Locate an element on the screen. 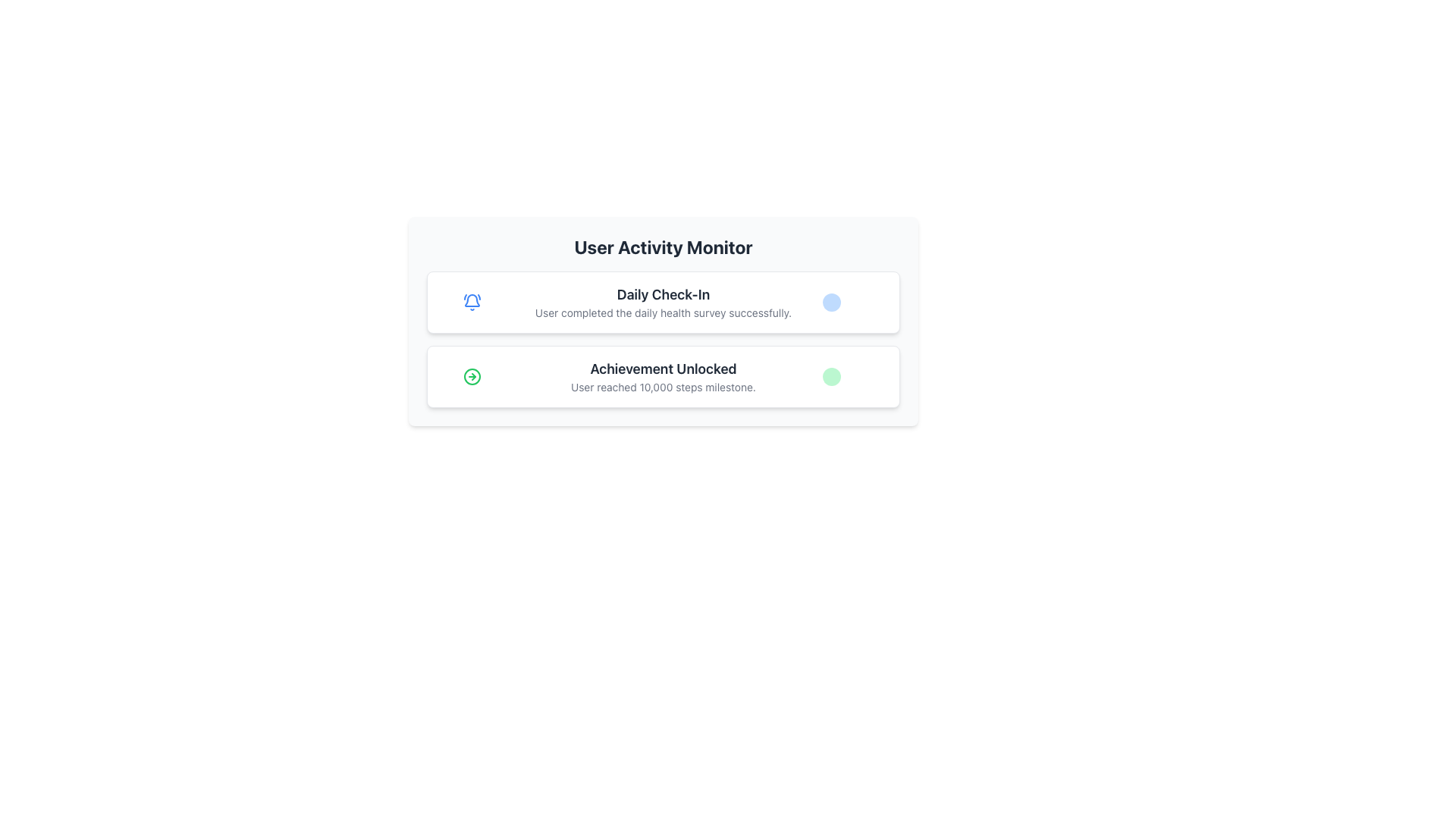 This screenshot has width=1456, height=819. the blue bell icon with ringing marks in the 'Daily Check-In' row of the 'User Activity Monitor' section is located at coordinates (471, 302).